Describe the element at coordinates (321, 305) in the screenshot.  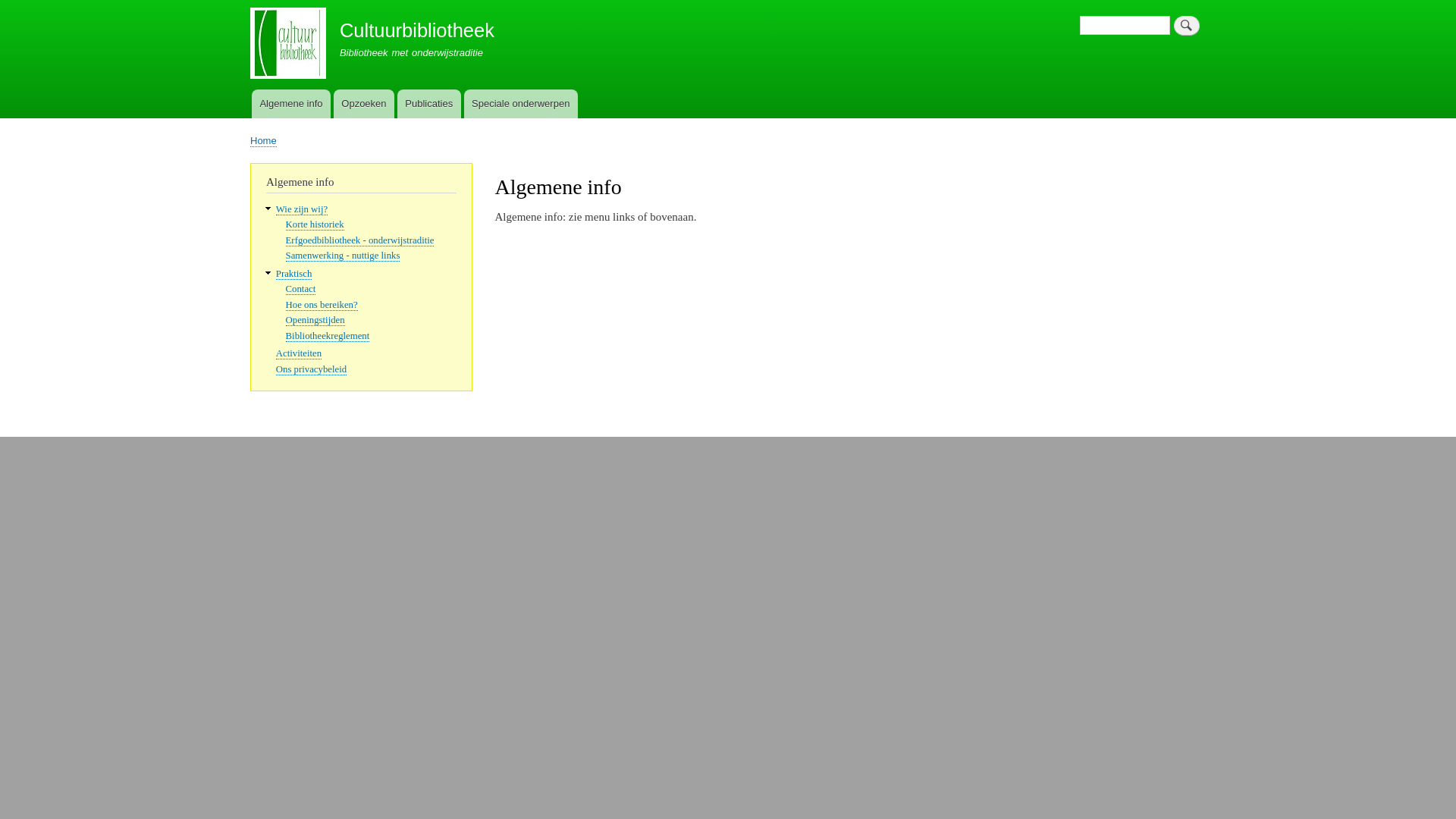
I see `'Hoe ons bereiken?'` at that location.